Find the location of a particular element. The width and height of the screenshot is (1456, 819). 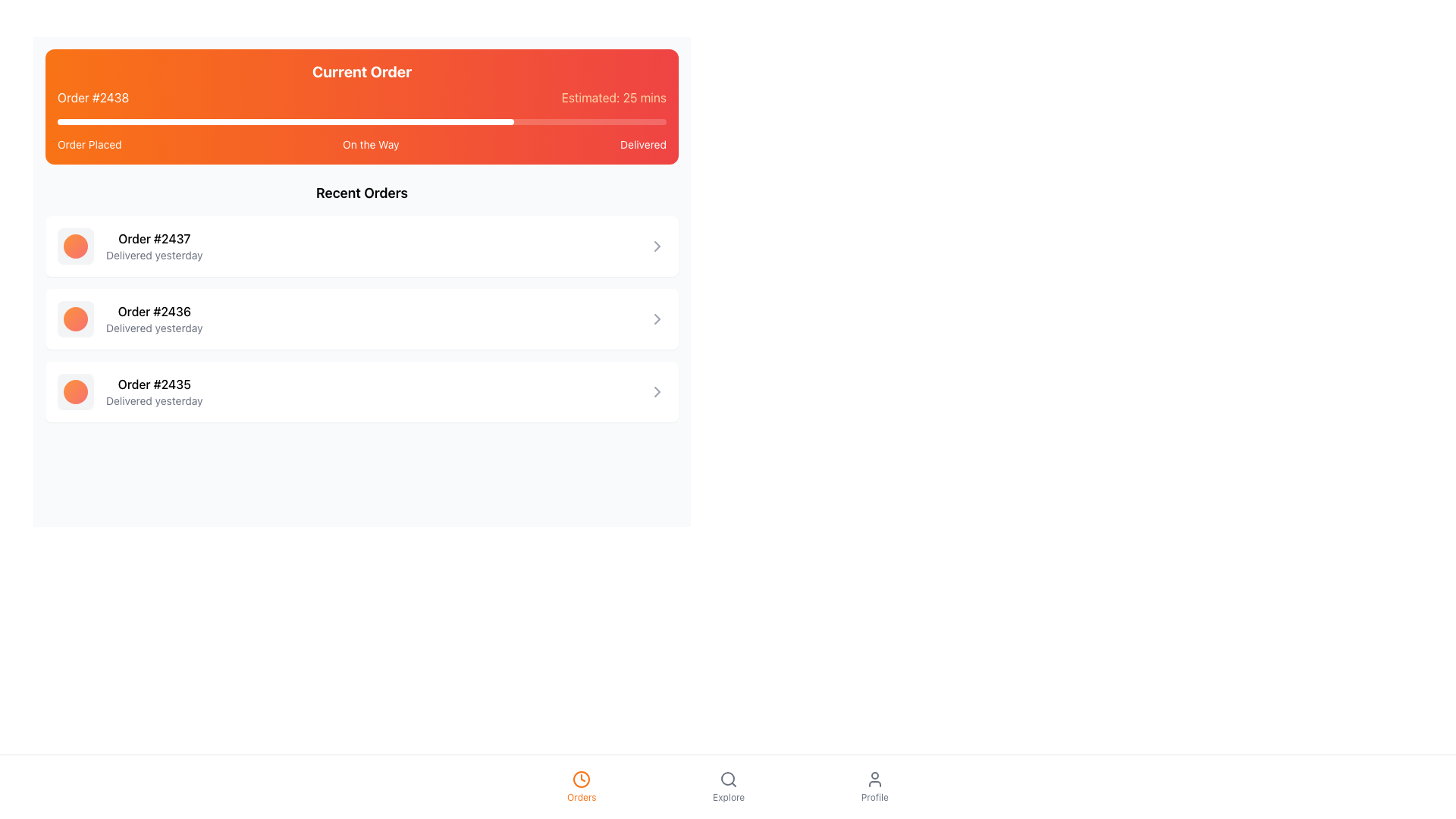

the third item in the 'Recent Orders' list, which represents a past order with its order number and delivery status is located at coordinates (130, 391).